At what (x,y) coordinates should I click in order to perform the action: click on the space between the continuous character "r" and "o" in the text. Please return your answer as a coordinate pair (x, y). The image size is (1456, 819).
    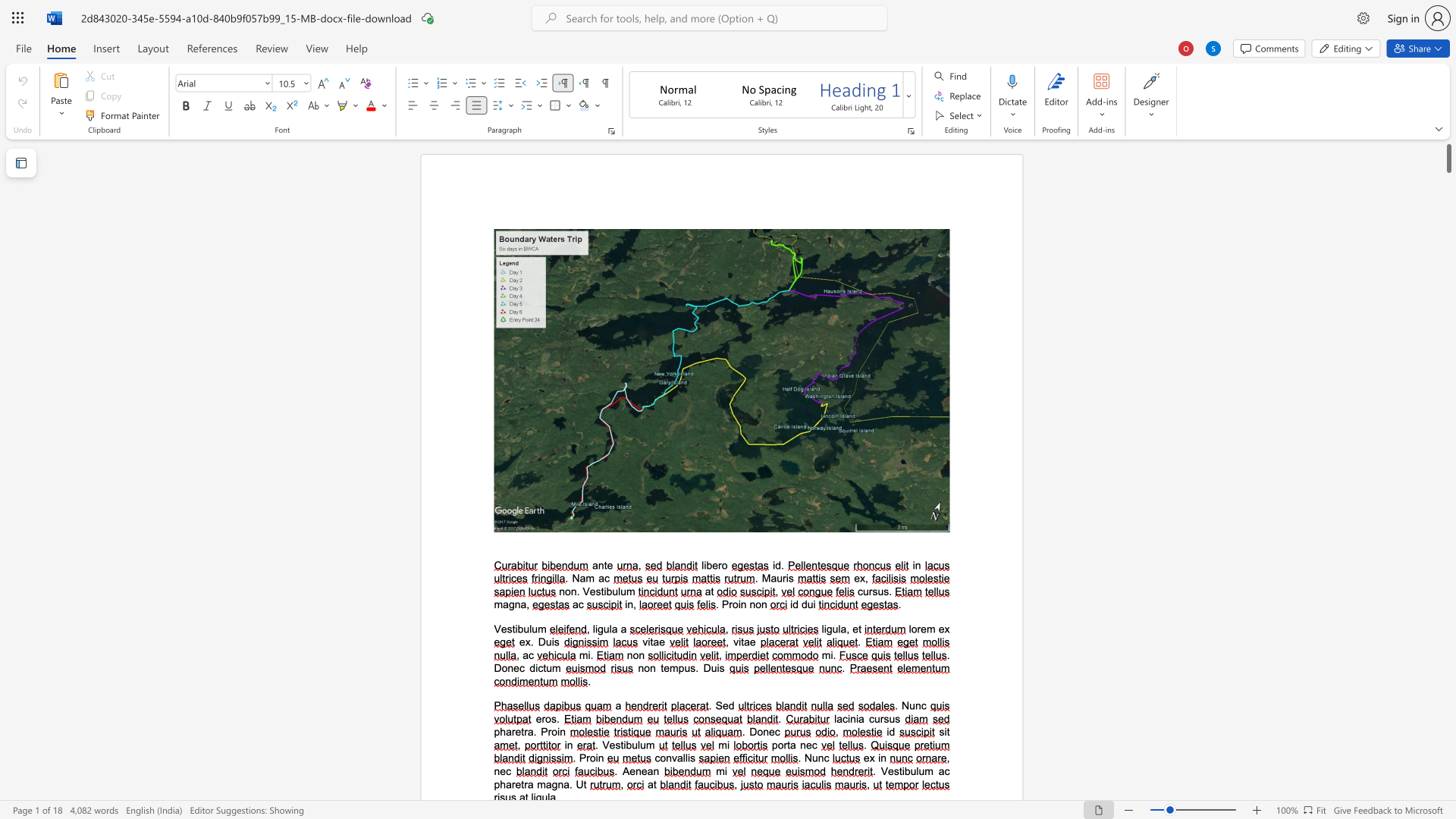
    Looking at the image, I should click on (733, 604).